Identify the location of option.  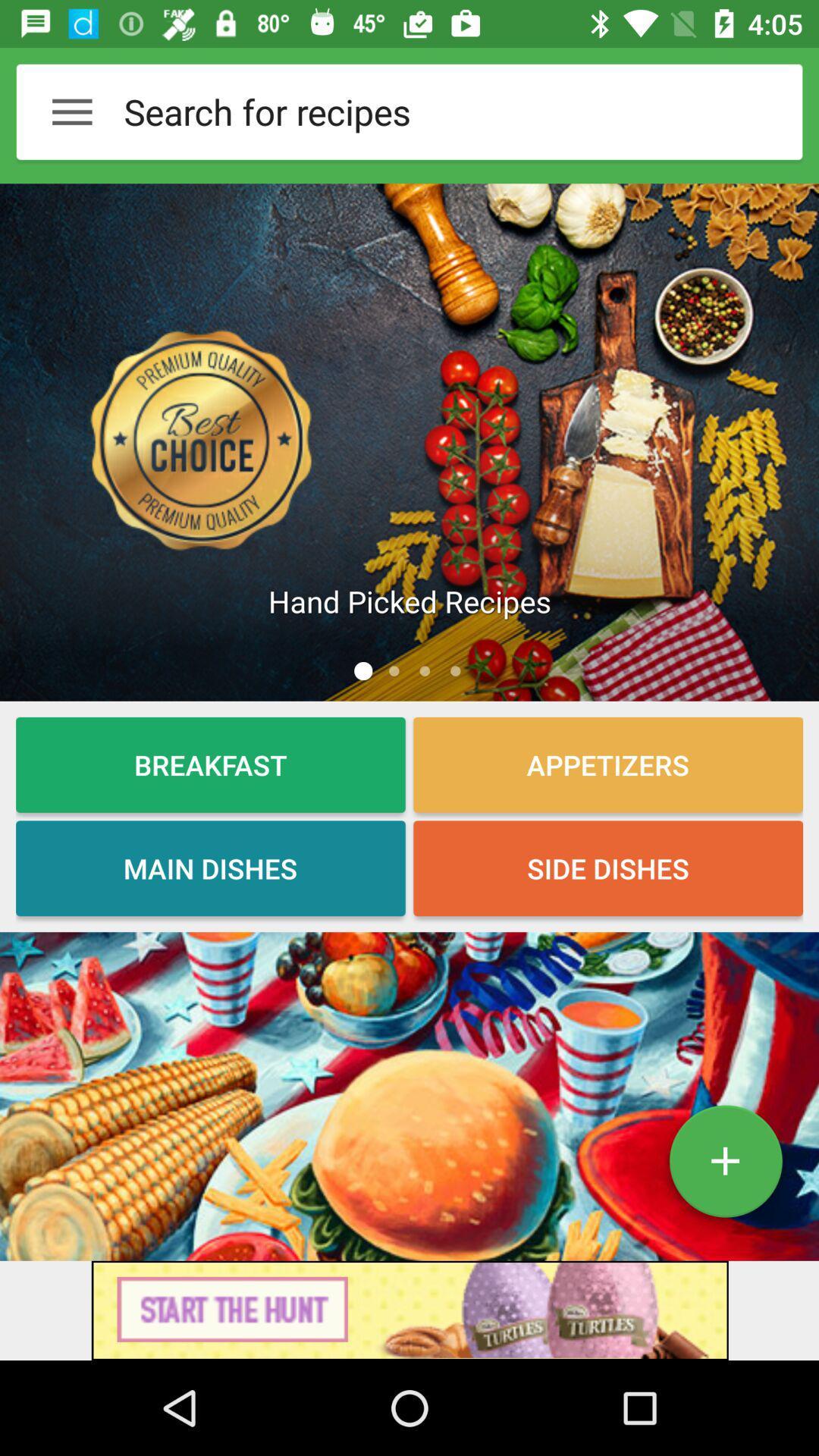
(724, 1166).